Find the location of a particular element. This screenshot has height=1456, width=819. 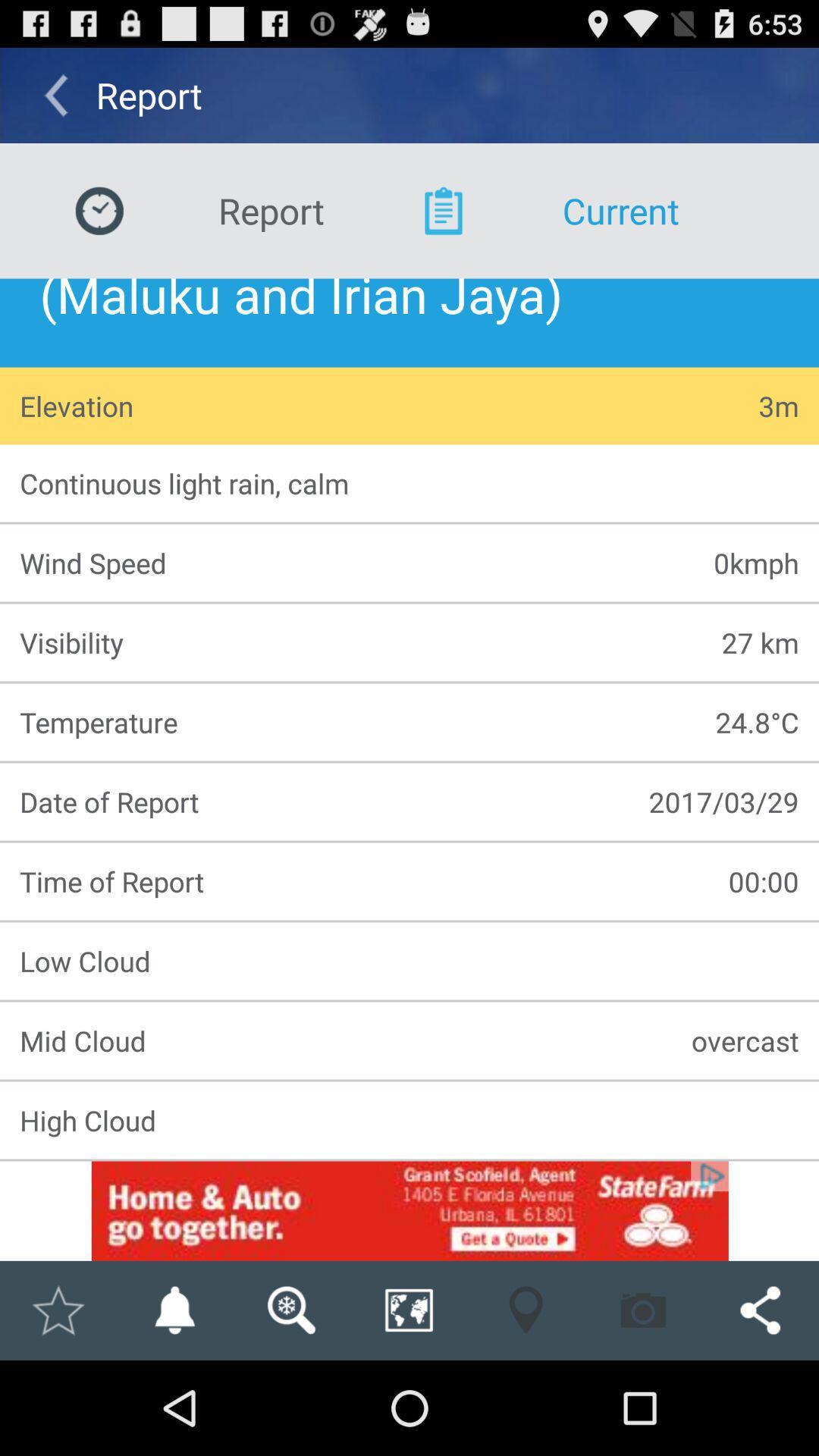

advertisement page is located at coordinates (409, 1210).